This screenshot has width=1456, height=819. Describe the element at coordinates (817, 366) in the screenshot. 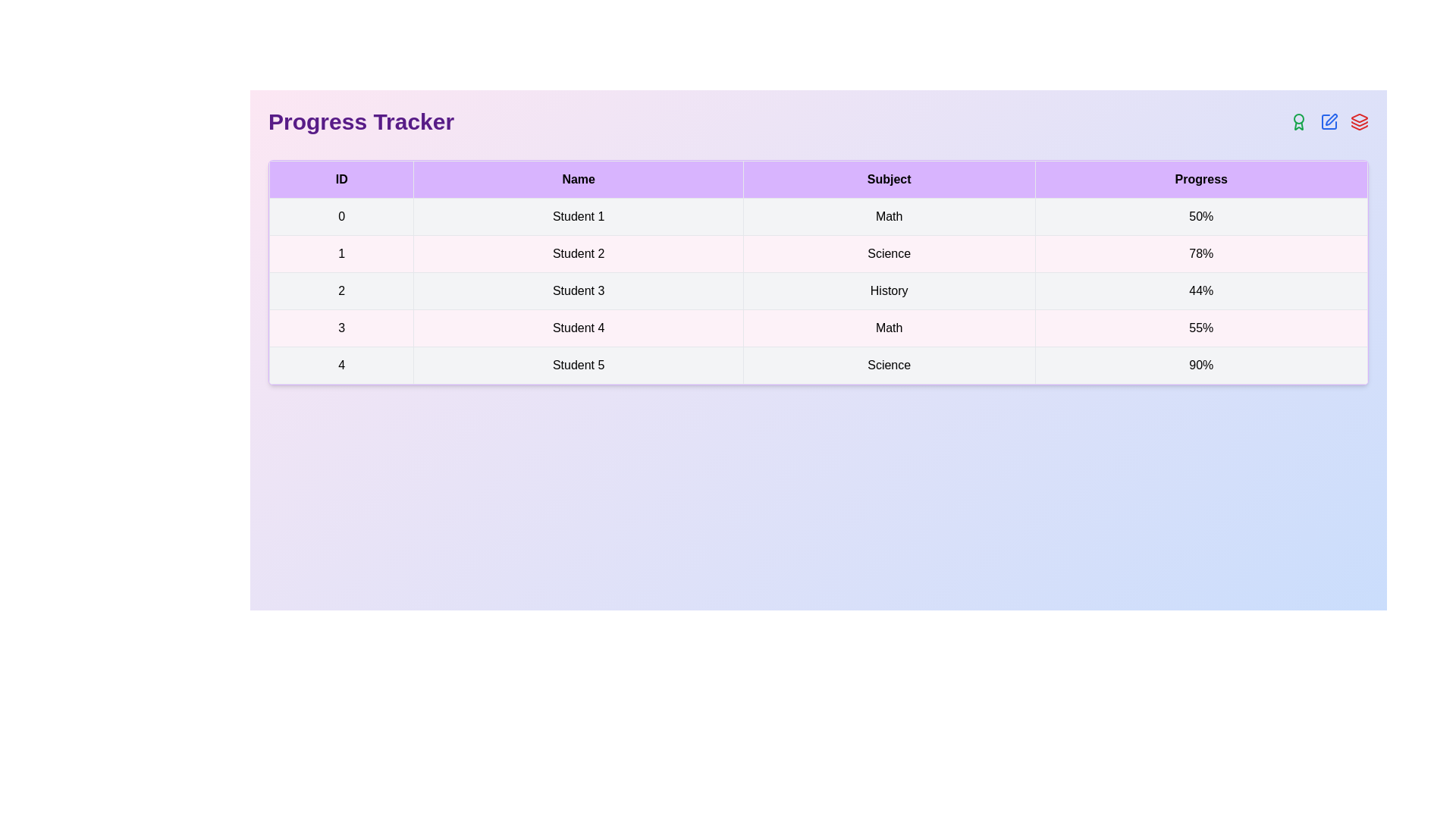

I see `the row corresponding to the student with ID 4` at that location.